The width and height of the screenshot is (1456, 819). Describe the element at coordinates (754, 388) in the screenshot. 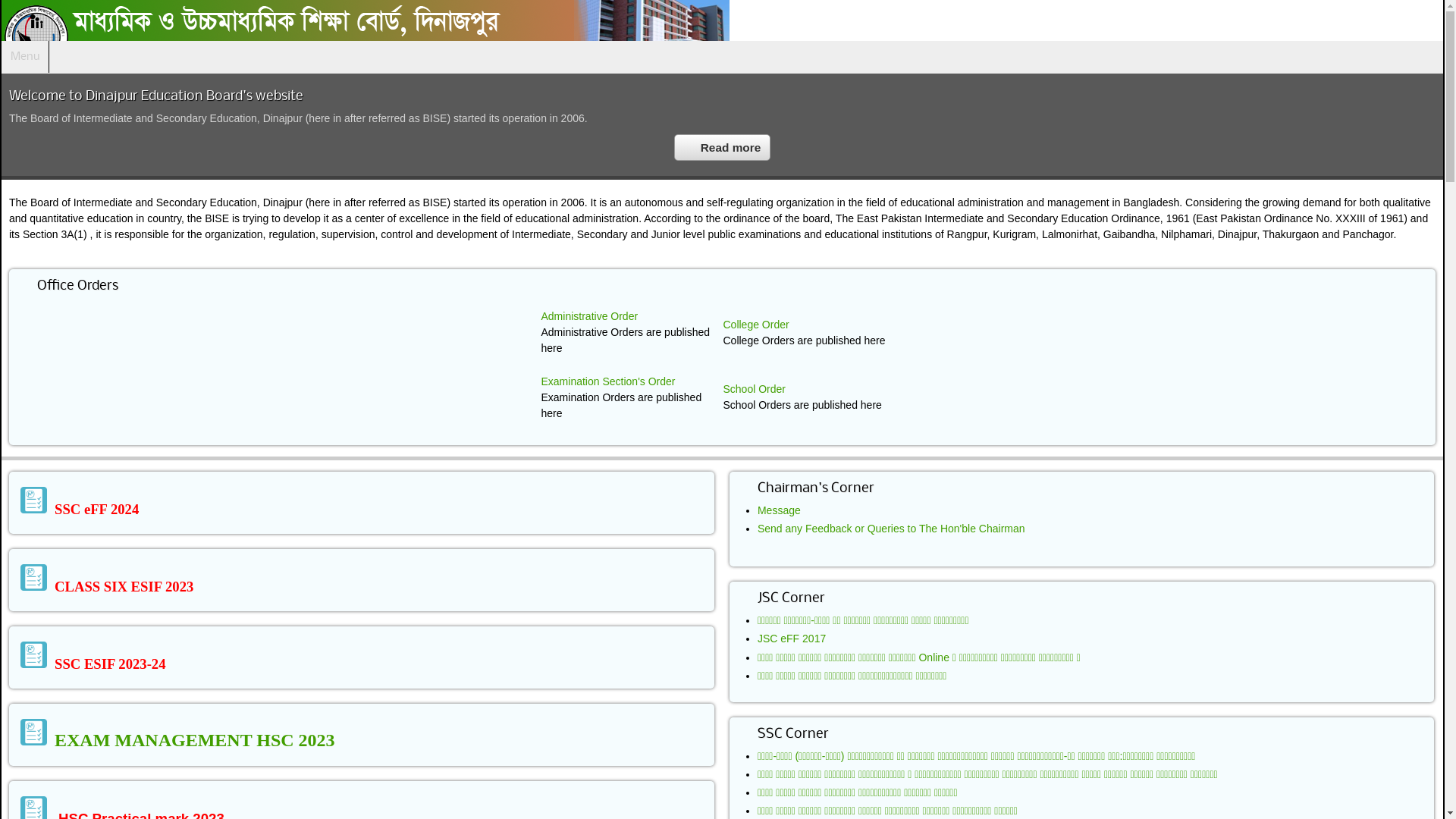

I see `'School Order'` at that location.